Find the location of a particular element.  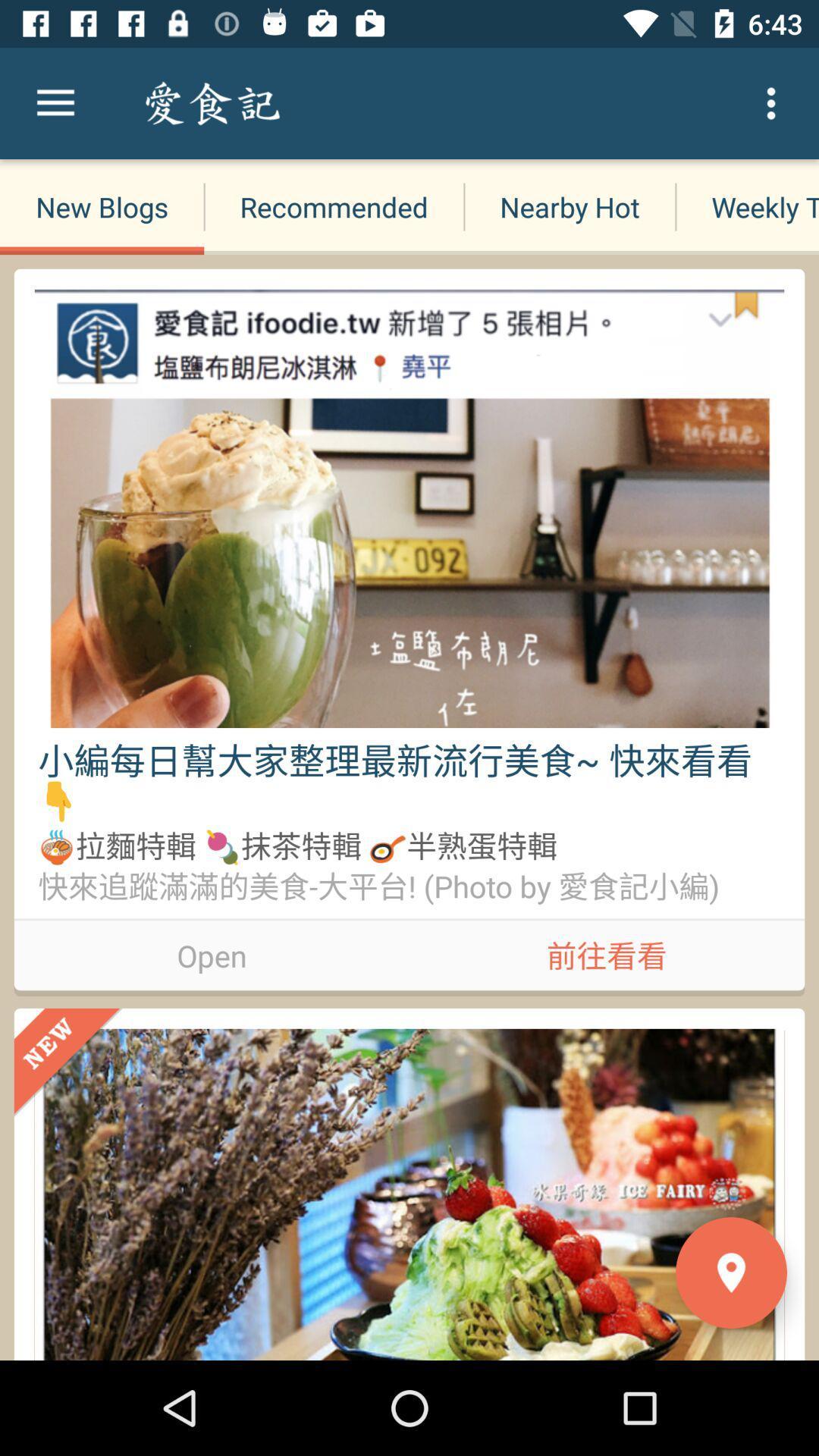

item next to the nearby hot item is located at coordinates (318, 102).